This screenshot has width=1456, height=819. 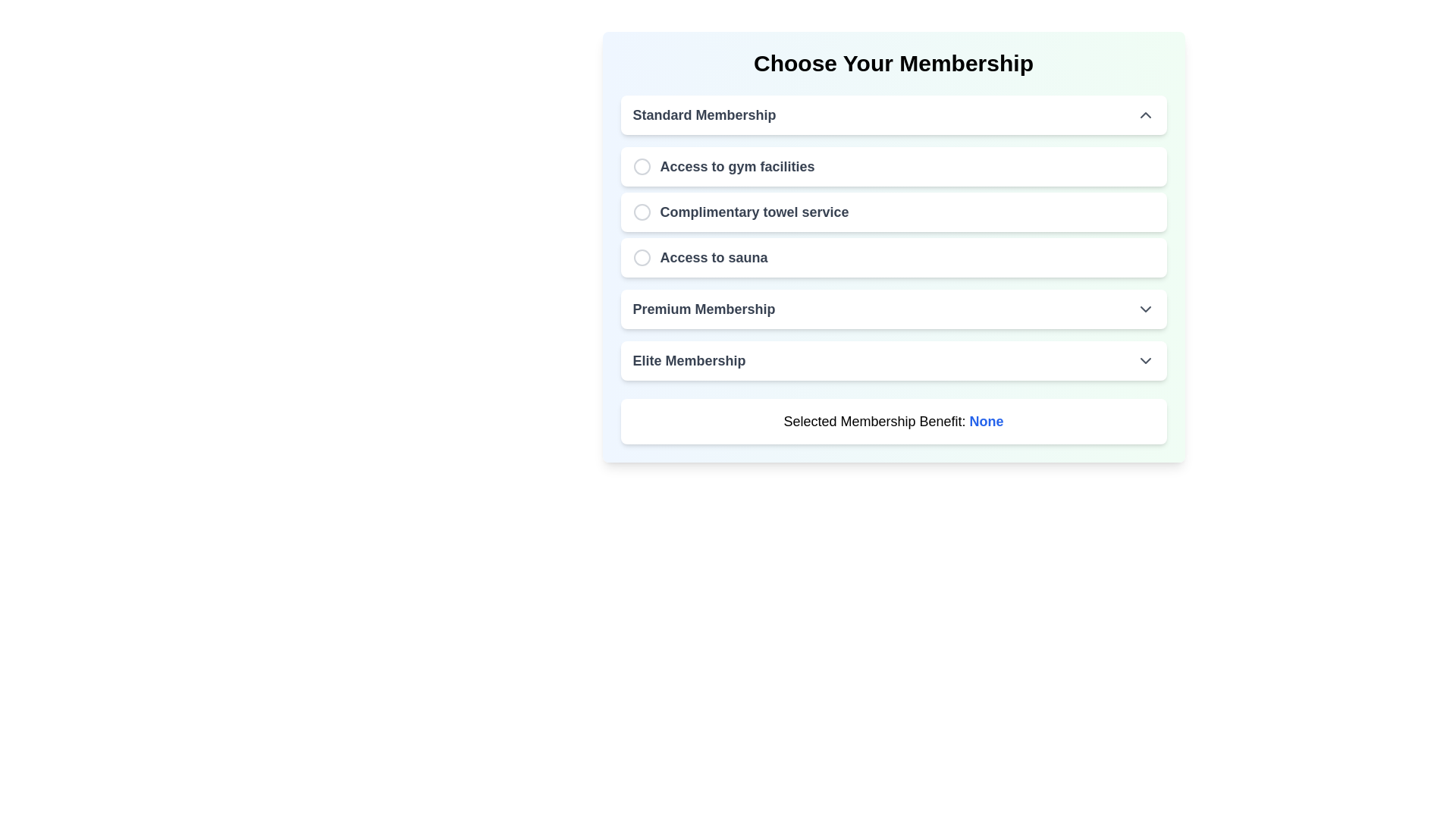 I want to click on the inactive radio button icon, so click(x=642, y=166).